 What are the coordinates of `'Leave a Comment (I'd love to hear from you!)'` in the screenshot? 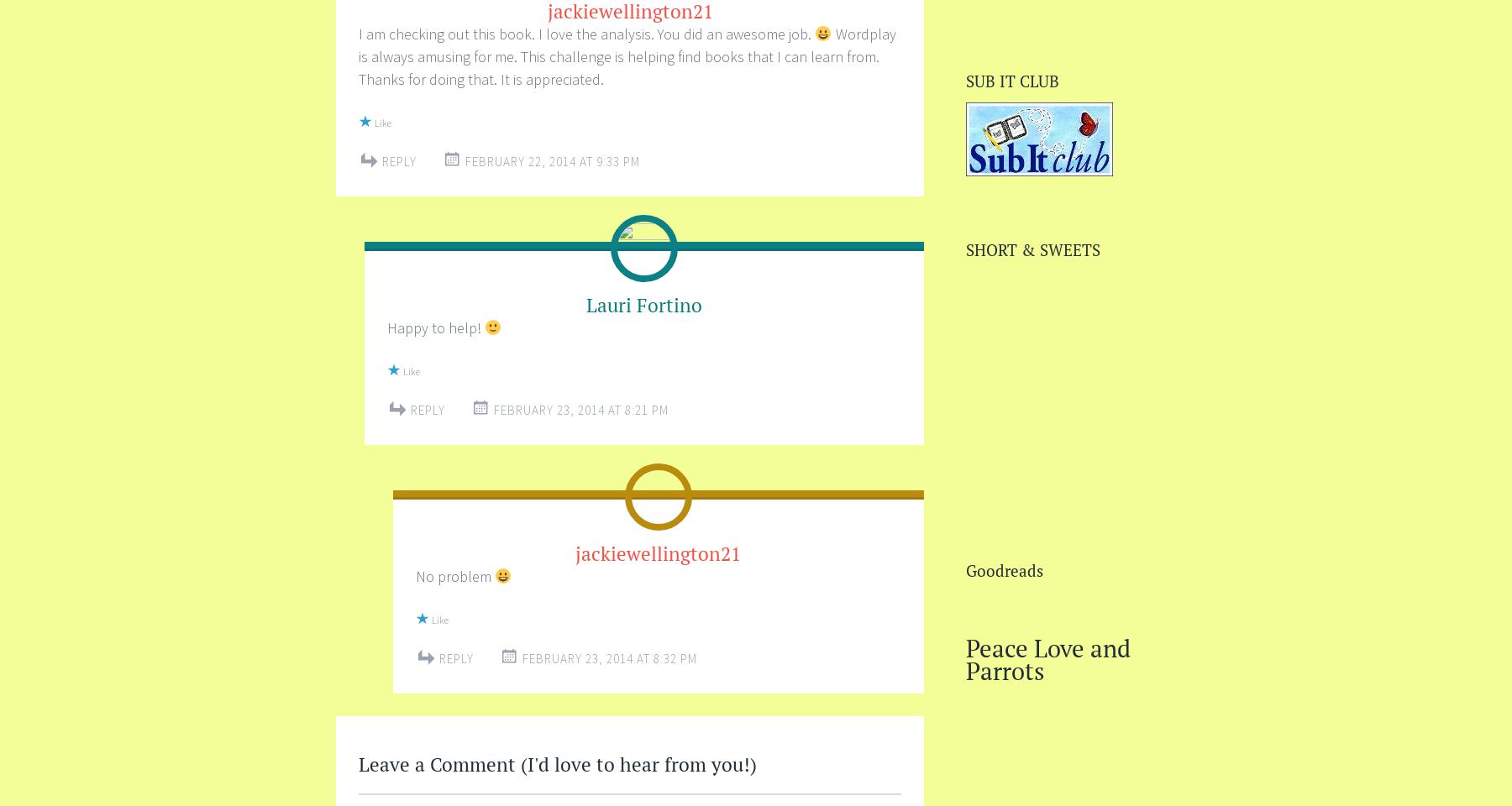 It's located at (558, 764).